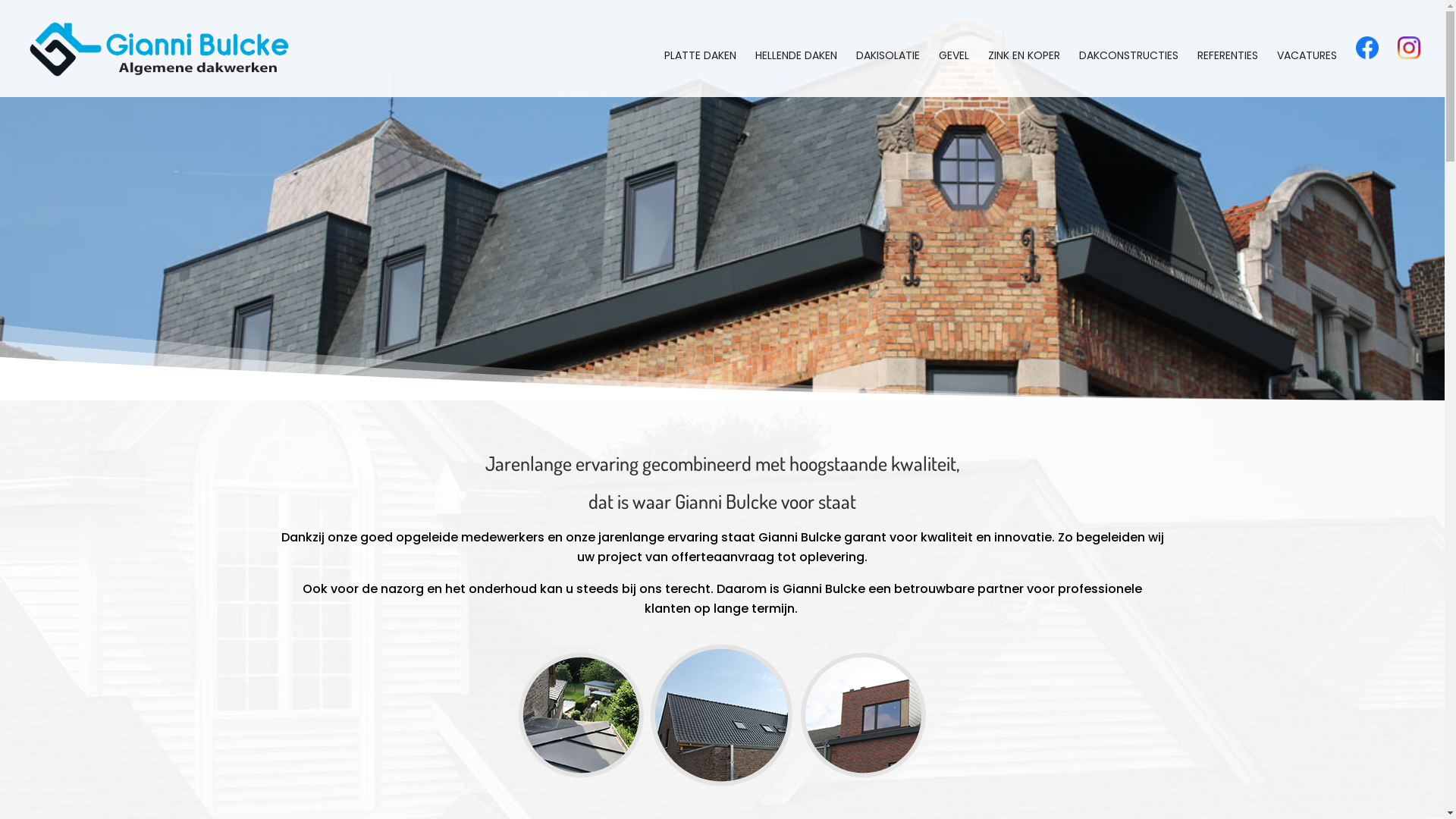 Image resolution: width=1456 pixels, height=819 pixels. Describe the element at coordinates (795, 73) in the screenshot. I see `'HELLENDE DAKEN'` at that location.